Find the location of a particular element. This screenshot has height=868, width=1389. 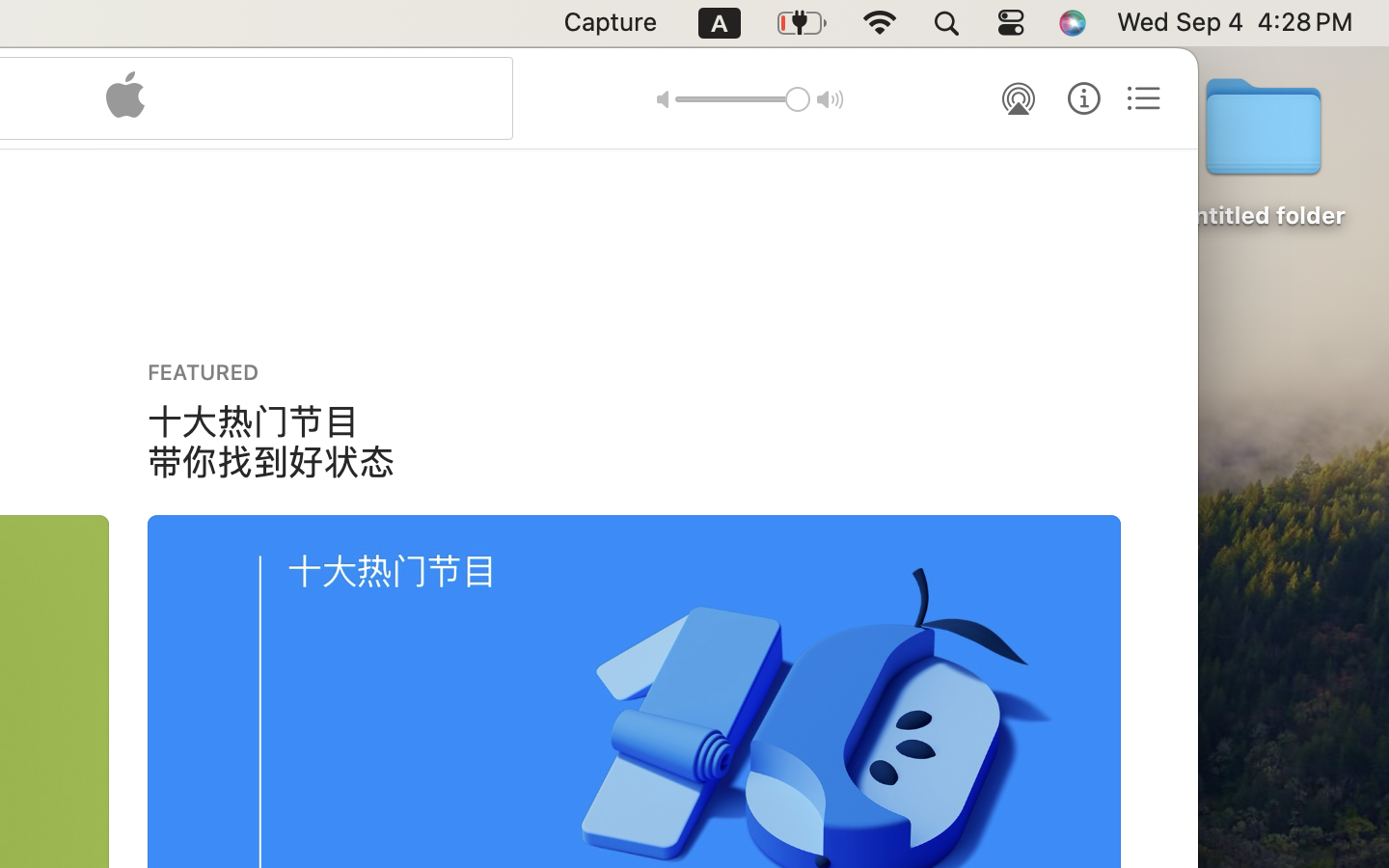

'1.0' is located at coordinates (741, 97).